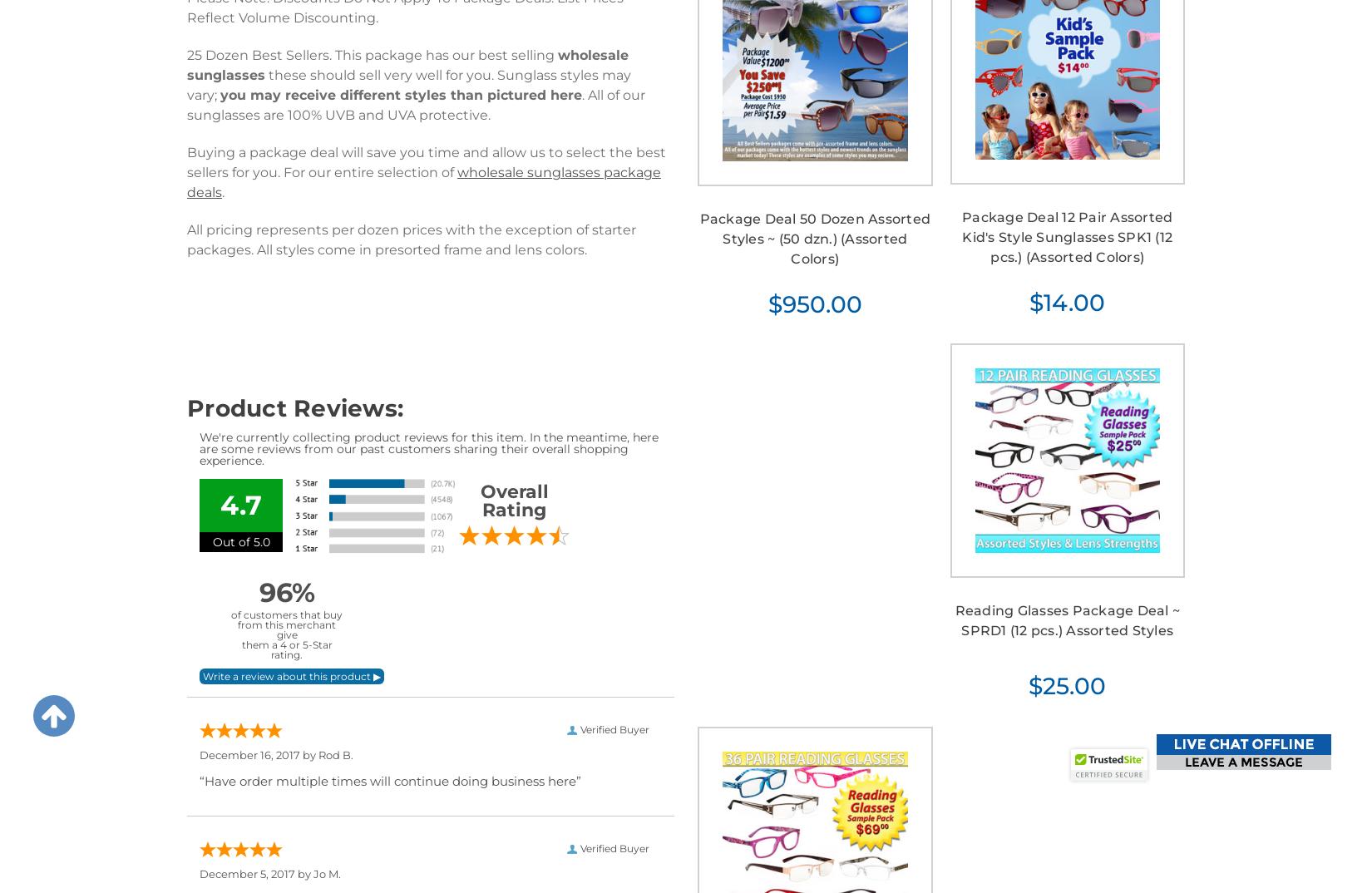 The height and width of the screenshot is (893, 1372). What do you see at coordinates (415, 104) in the screenshot?
I see `'. All of our sunglasses are 100% UVB and UVA protective.'` at bounding box center [415, 104].